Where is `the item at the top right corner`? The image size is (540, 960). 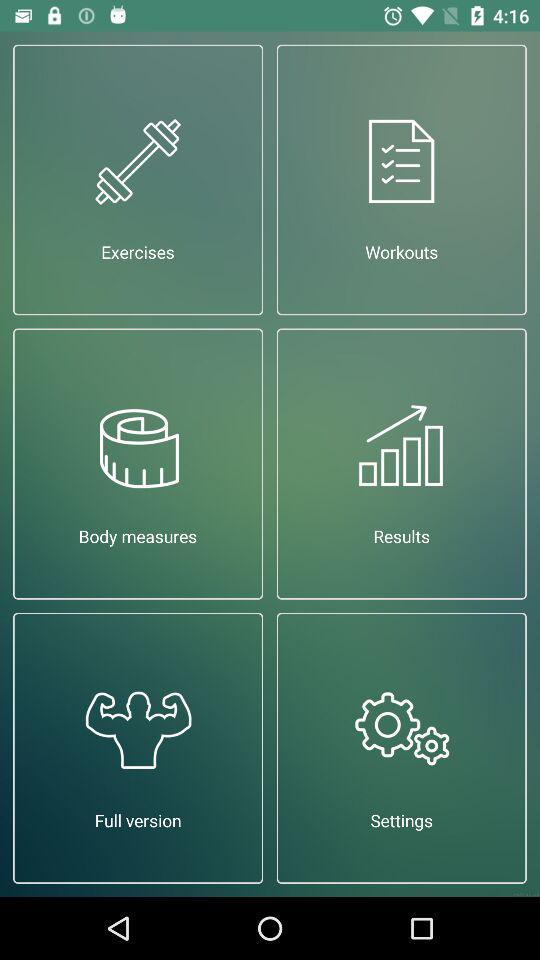
the item at the top right corner is located at coordinates (401, 178).